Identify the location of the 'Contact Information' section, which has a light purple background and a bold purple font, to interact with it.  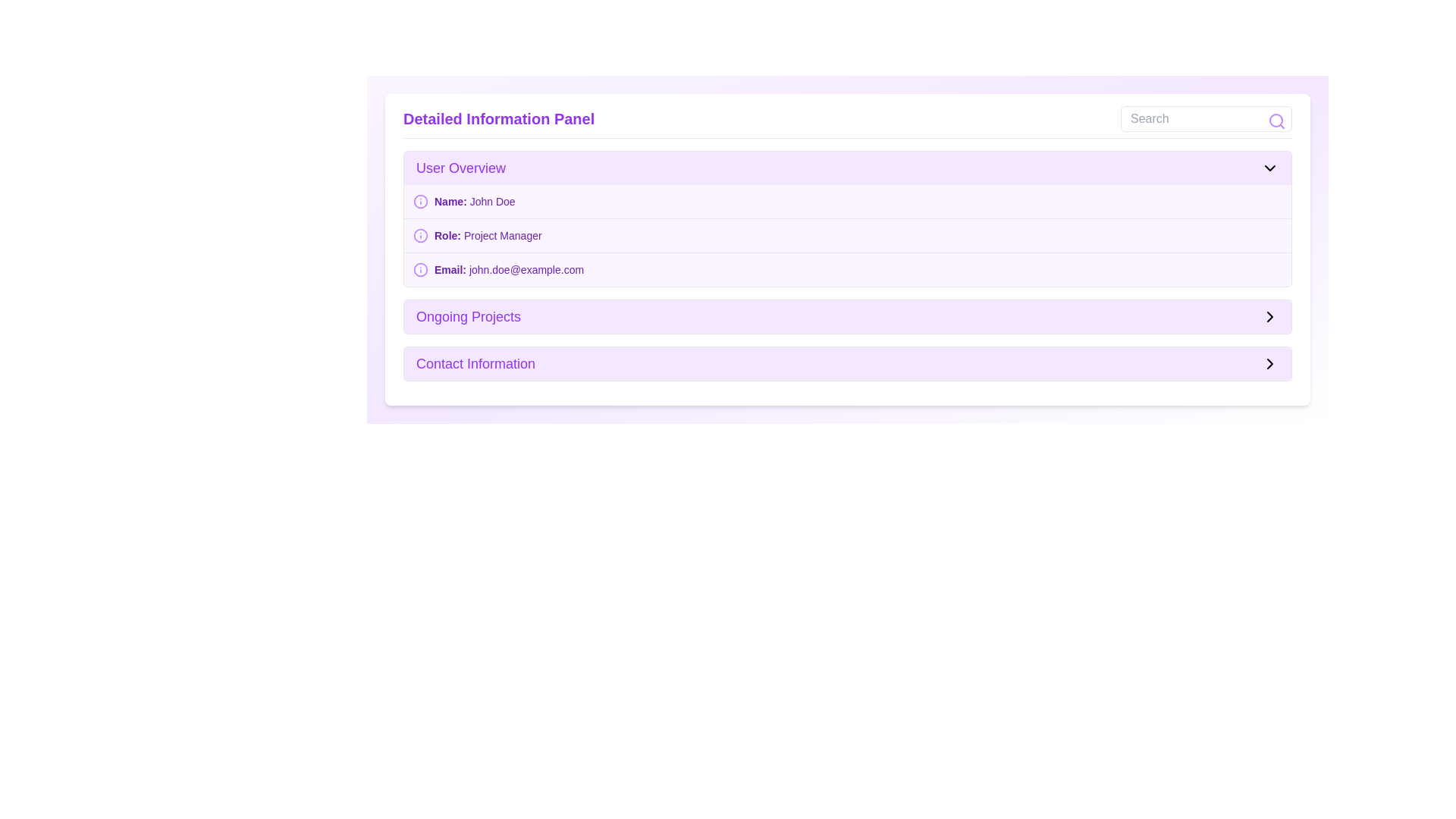
(847, 363).